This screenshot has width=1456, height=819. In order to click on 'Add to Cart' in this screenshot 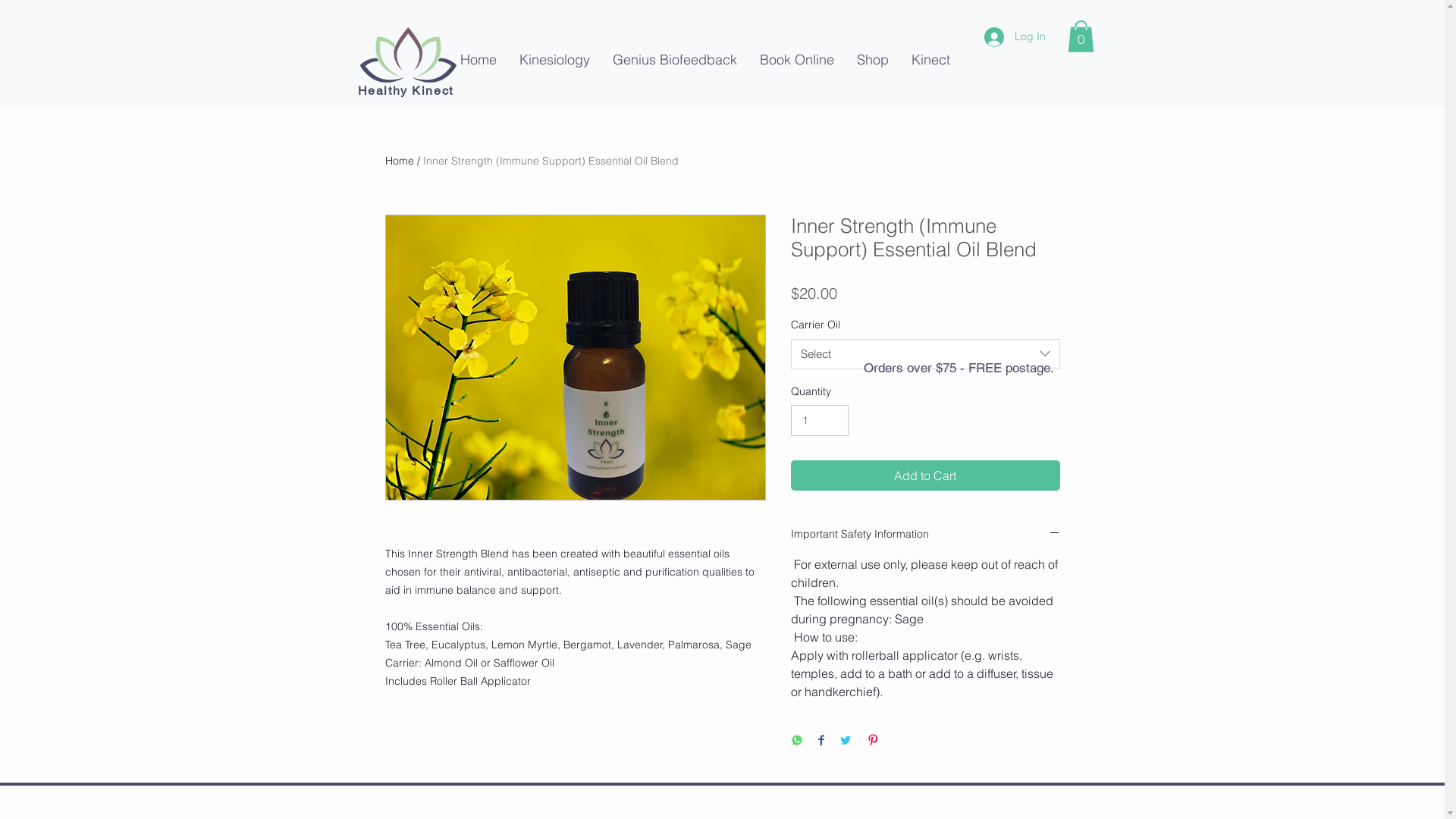, I will do `click(924, 475)`.